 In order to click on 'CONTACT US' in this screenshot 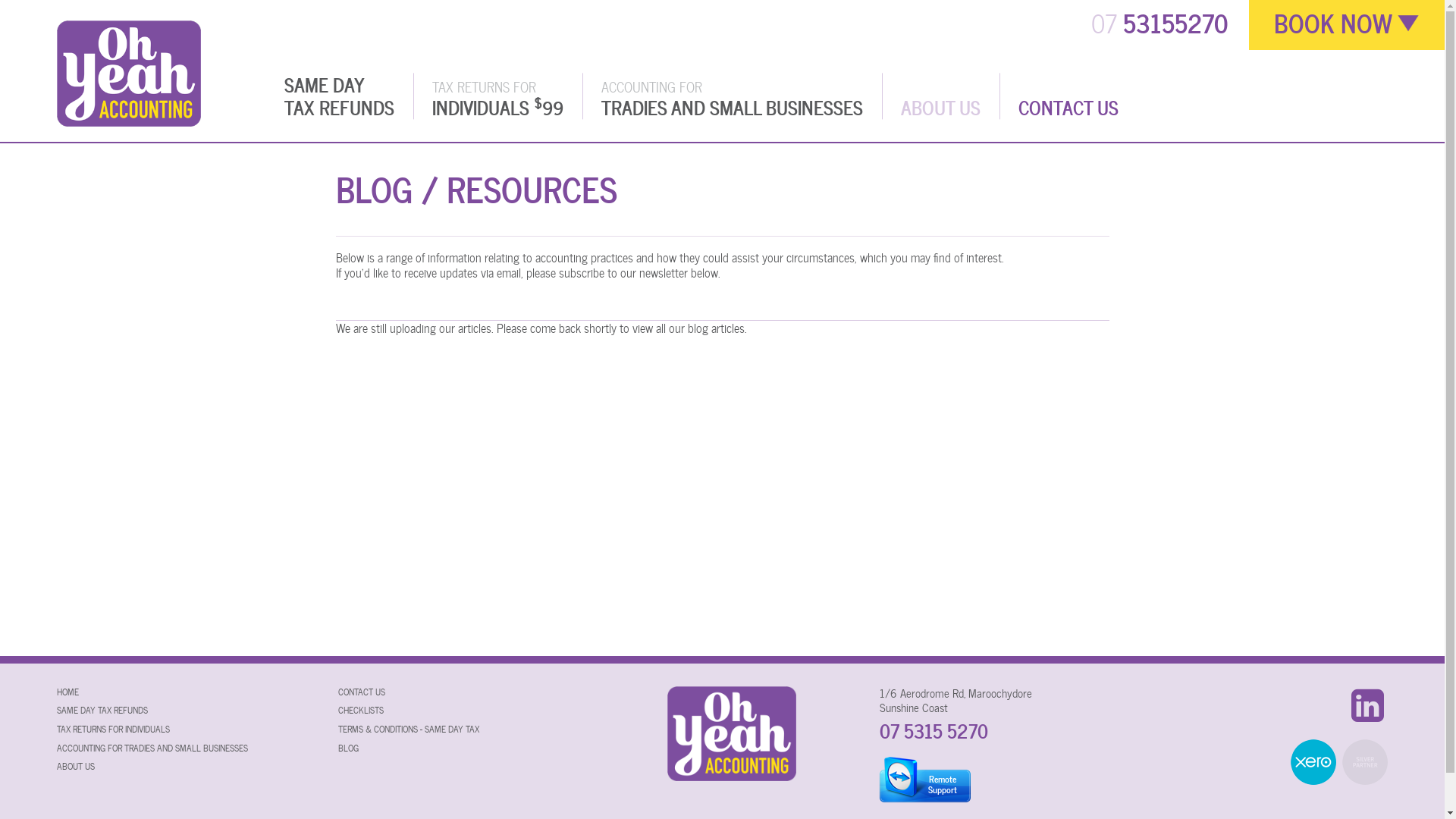, I will do `click(360, 691)`.